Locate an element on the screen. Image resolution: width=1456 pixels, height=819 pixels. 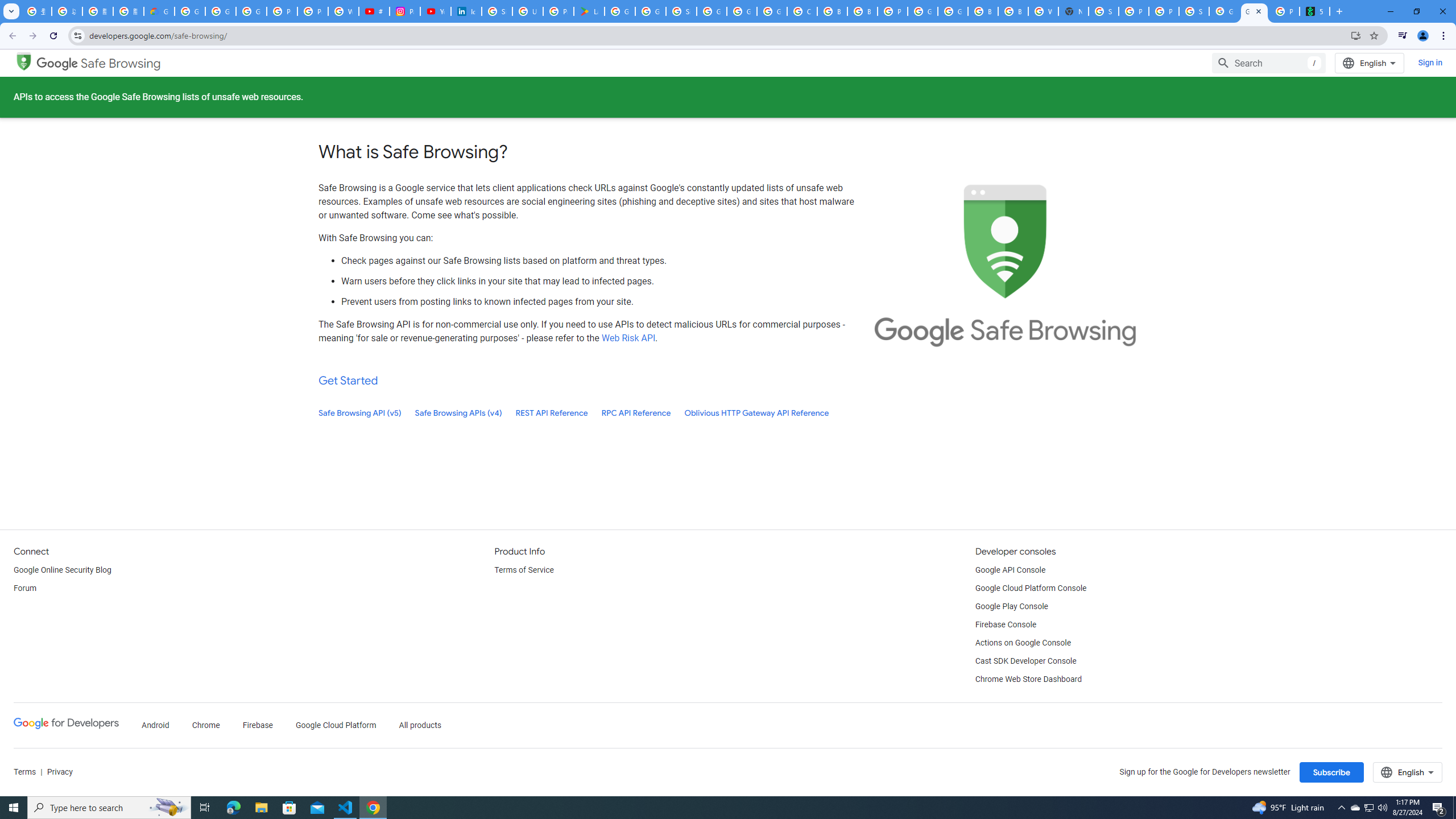
'Browse Chrome as a guest - Computer - Google Chrome Help' is located at coordinates (983, 11).